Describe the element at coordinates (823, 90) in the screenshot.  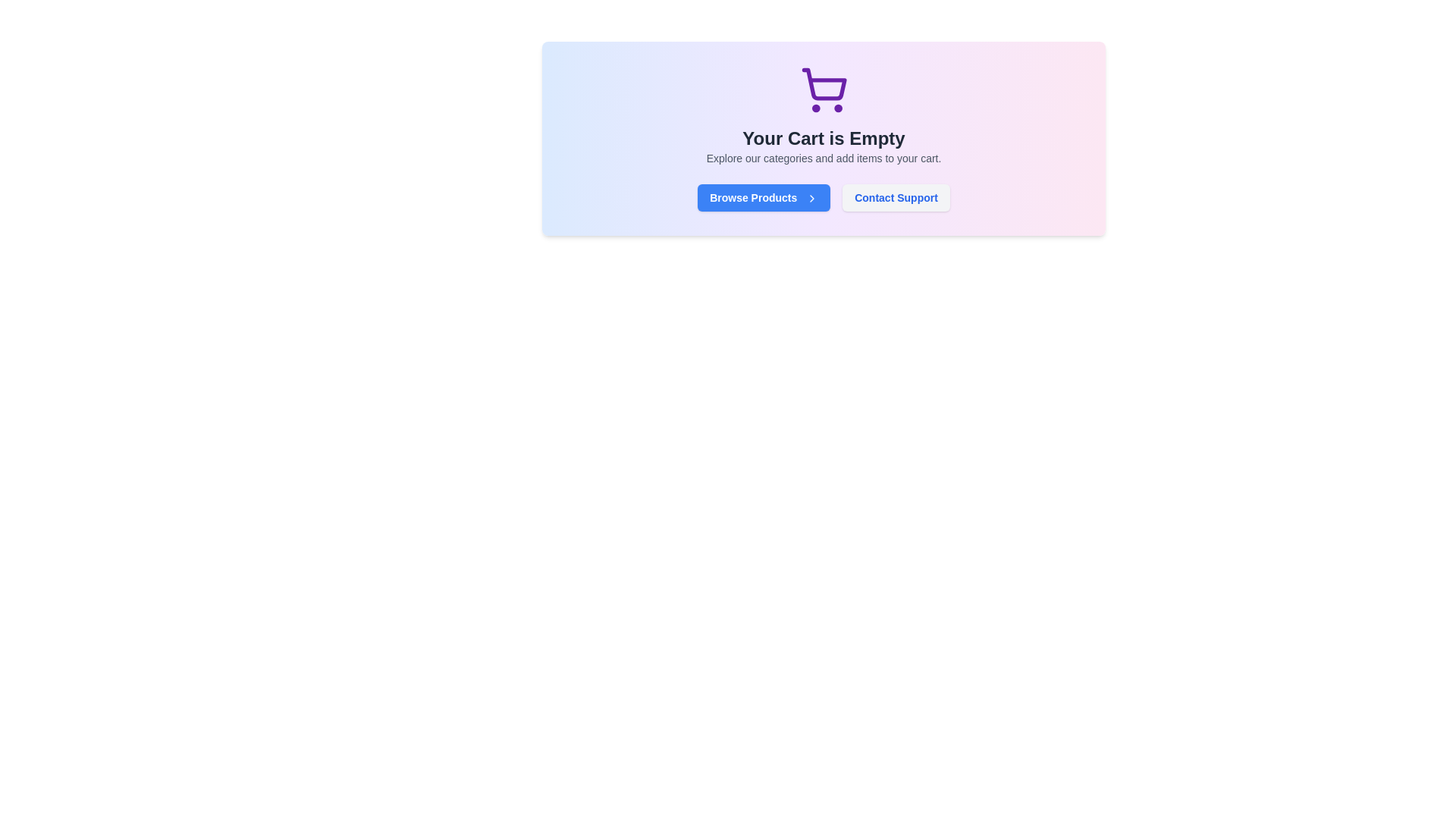
I see `the shopping cart icon located at the center-top of the card section, which emphasizes the empty cart message below` at that location.